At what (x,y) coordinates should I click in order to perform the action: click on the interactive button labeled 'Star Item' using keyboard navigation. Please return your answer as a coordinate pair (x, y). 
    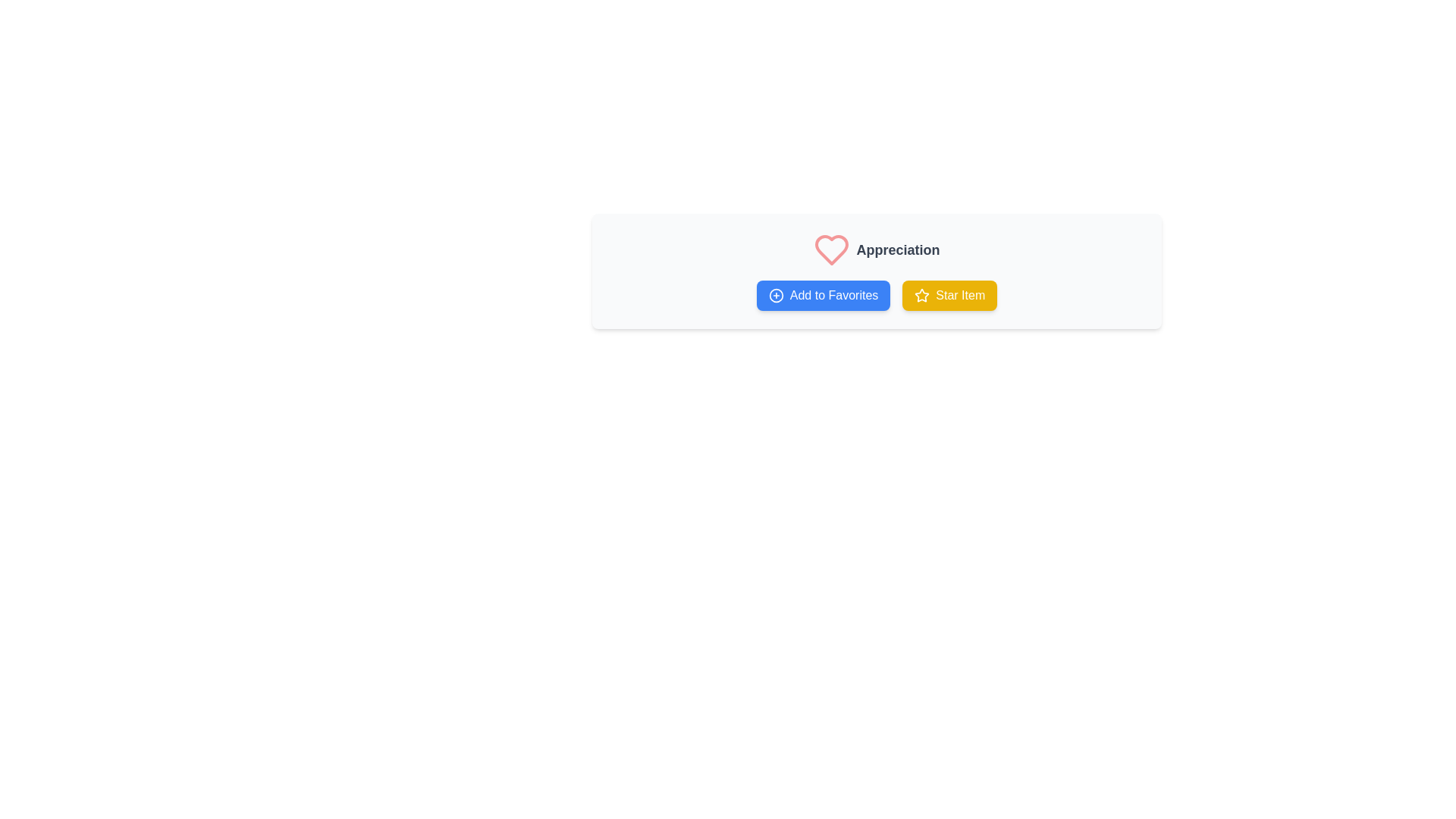
    Looking at the image, I should click on (949, 295).